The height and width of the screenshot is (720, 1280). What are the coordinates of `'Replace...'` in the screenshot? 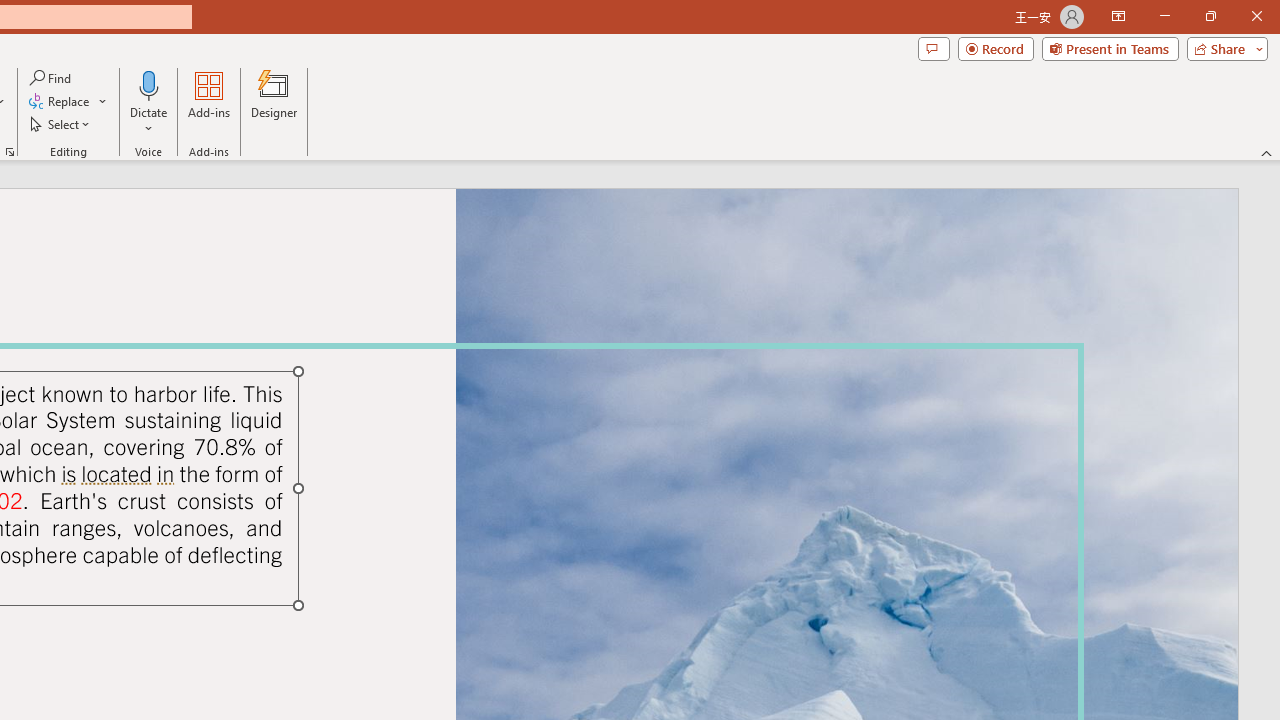 It's located at (69, 101).